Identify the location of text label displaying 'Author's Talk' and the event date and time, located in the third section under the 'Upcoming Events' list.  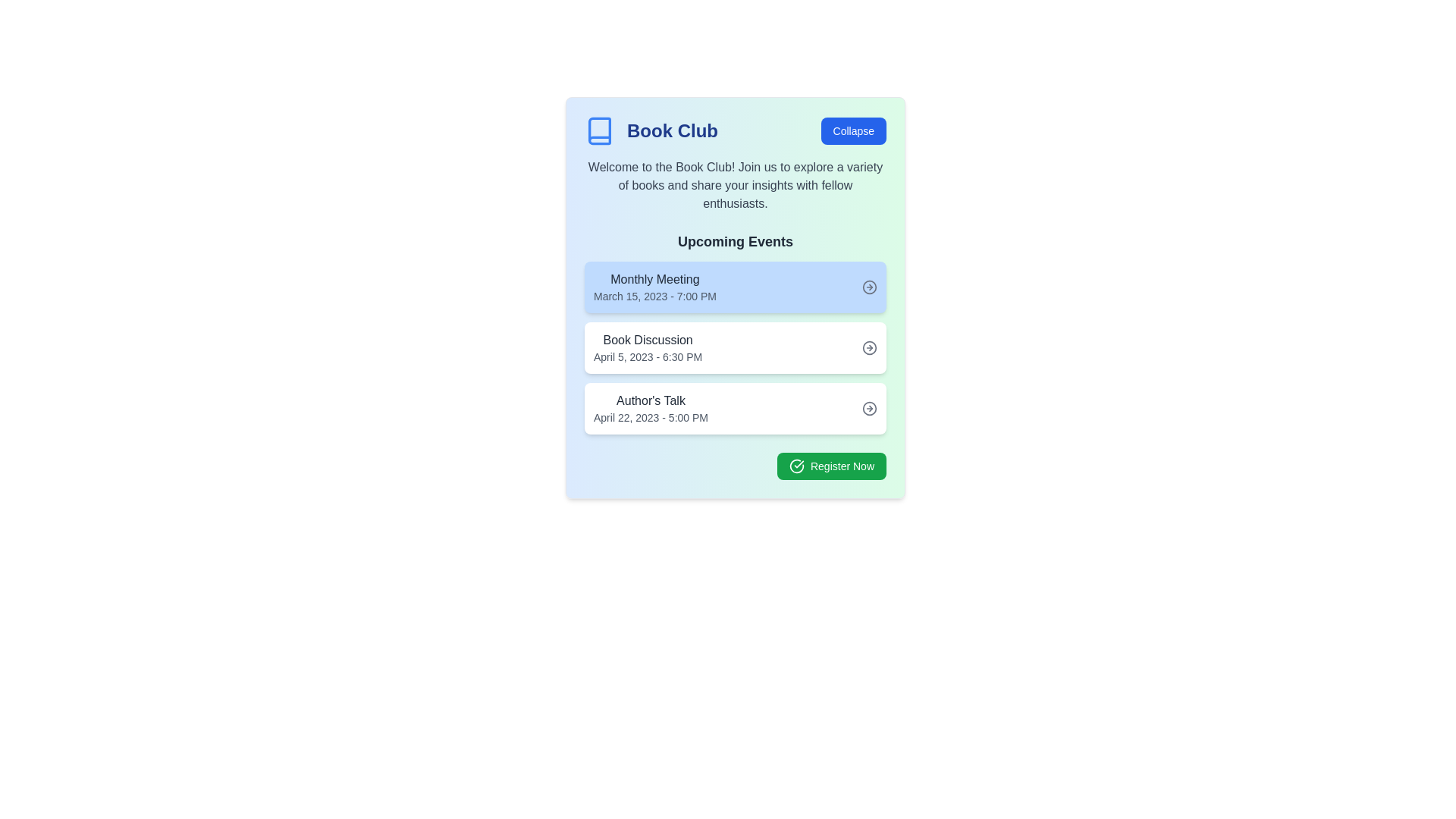
(651, 408).